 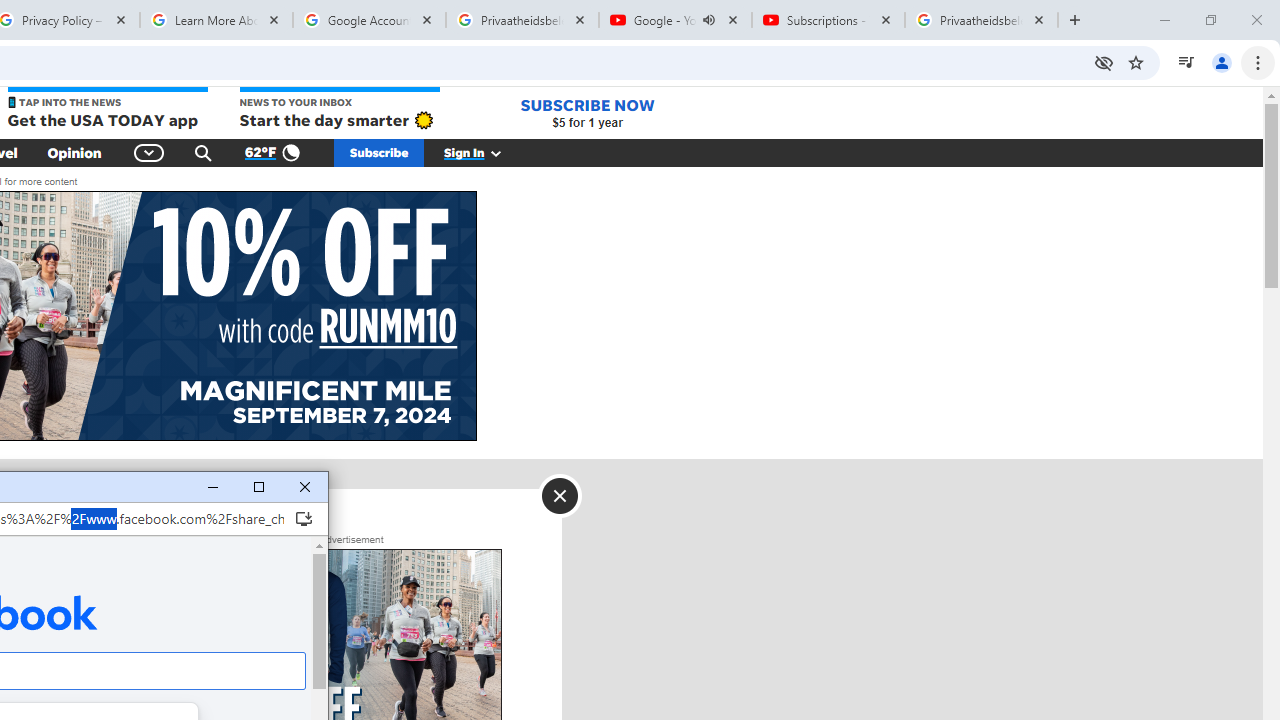 I want to click on 'Maximize', so click(x=257, y=487).